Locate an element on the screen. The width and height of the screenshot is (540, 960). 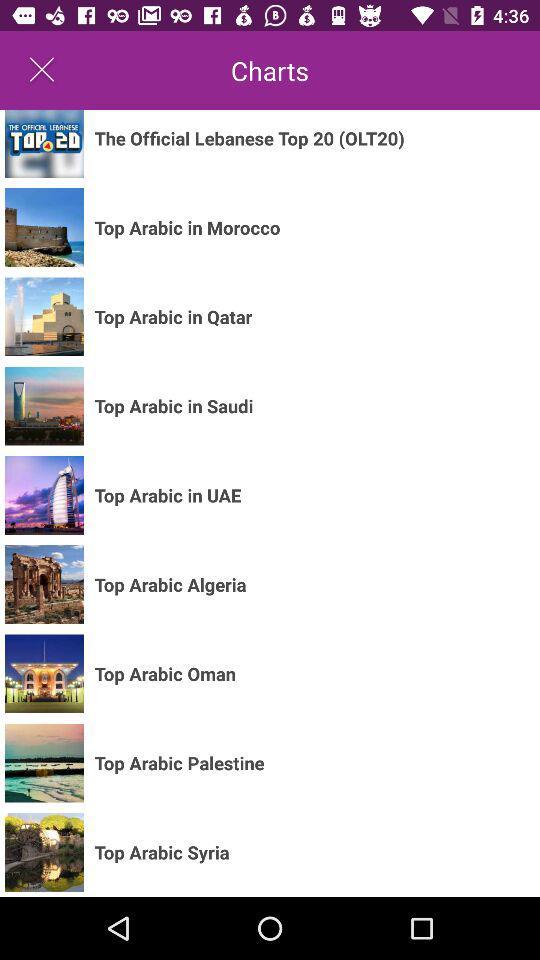
exit is located at coordinates (42, 70).